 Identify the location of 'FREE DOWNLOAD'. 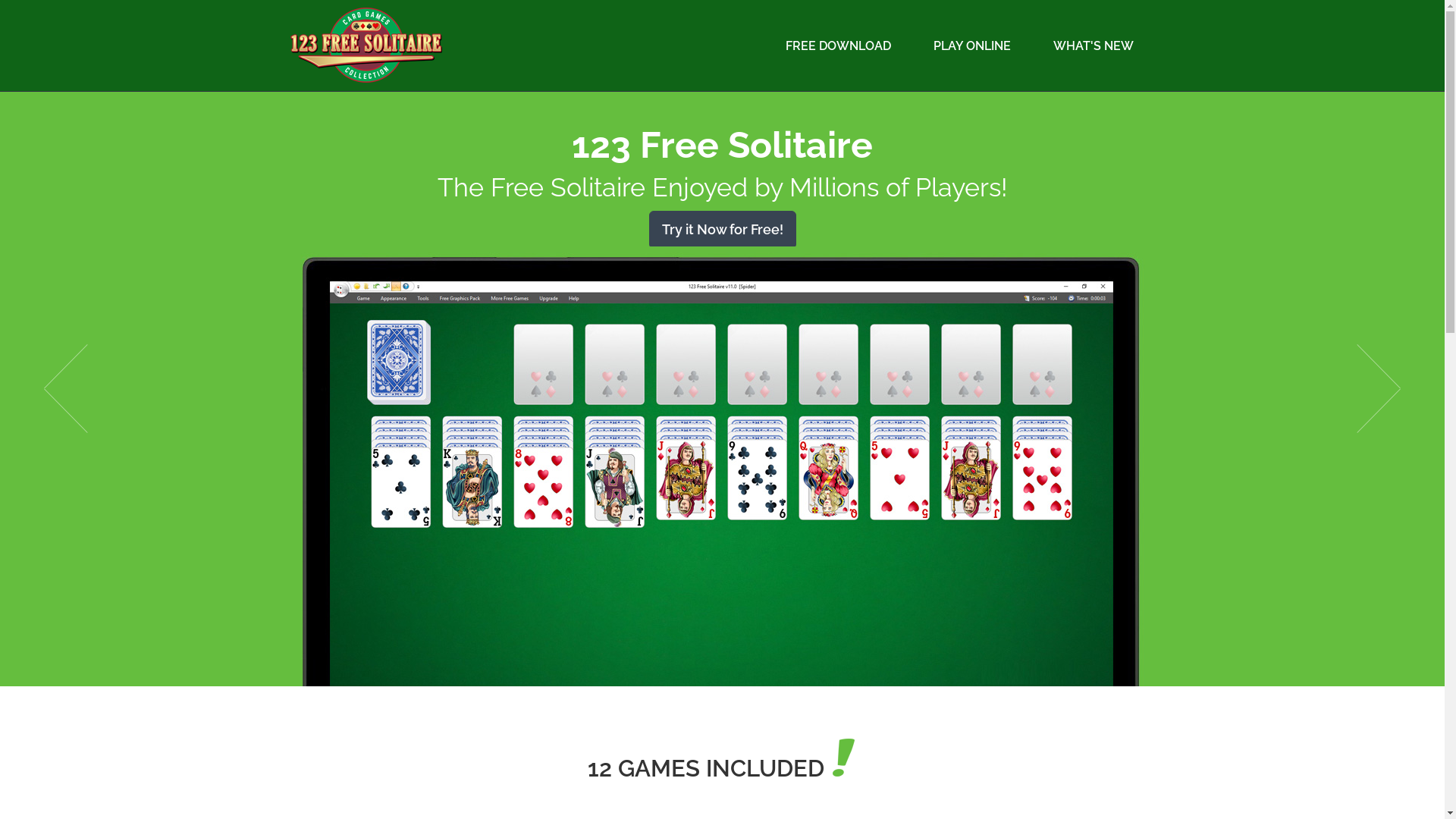
(837, 45).